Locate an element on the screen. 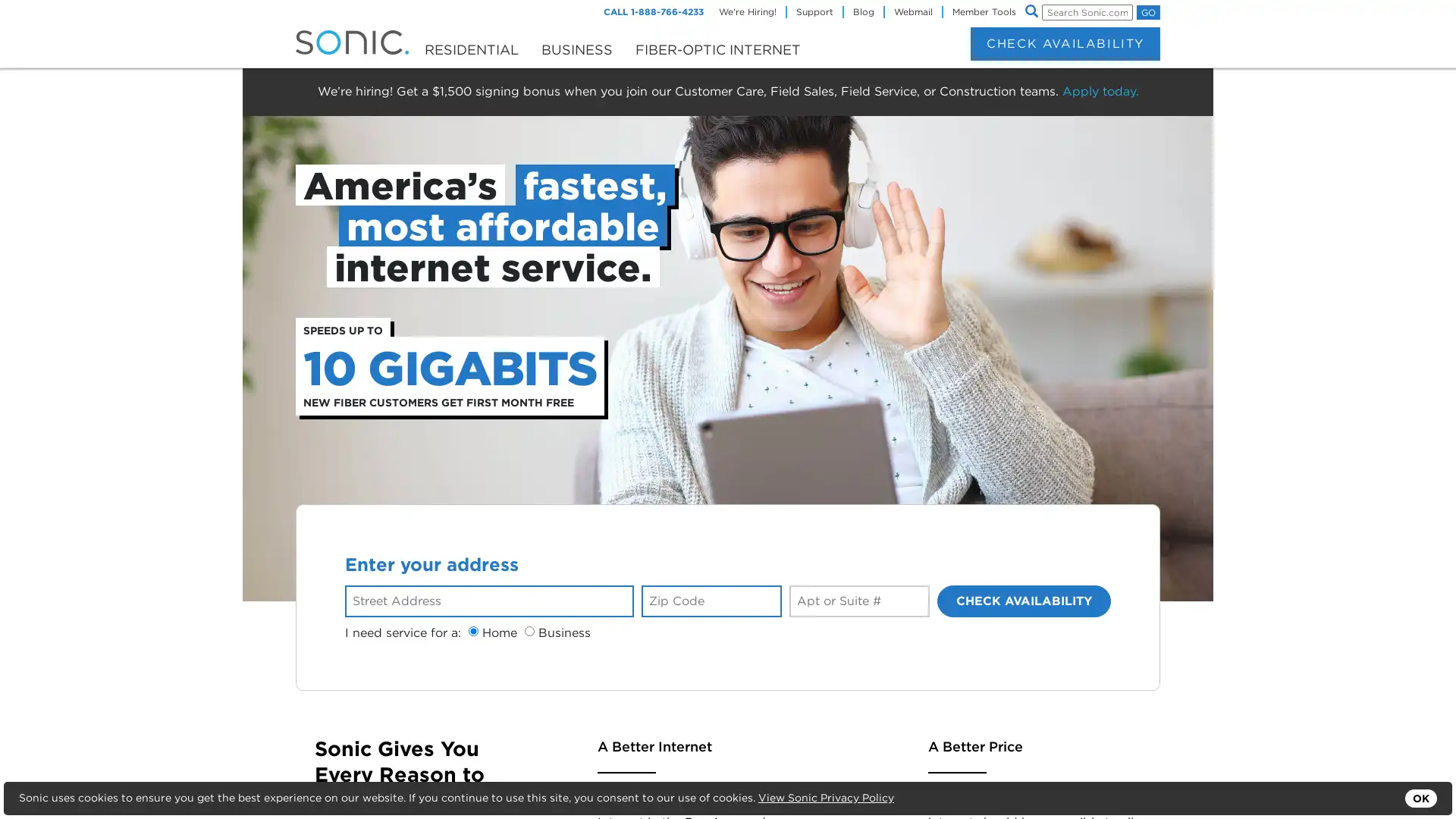 Image resolution: width=1456 pixels, height=819 pixels. GO is located at coordinates (1148, 12).